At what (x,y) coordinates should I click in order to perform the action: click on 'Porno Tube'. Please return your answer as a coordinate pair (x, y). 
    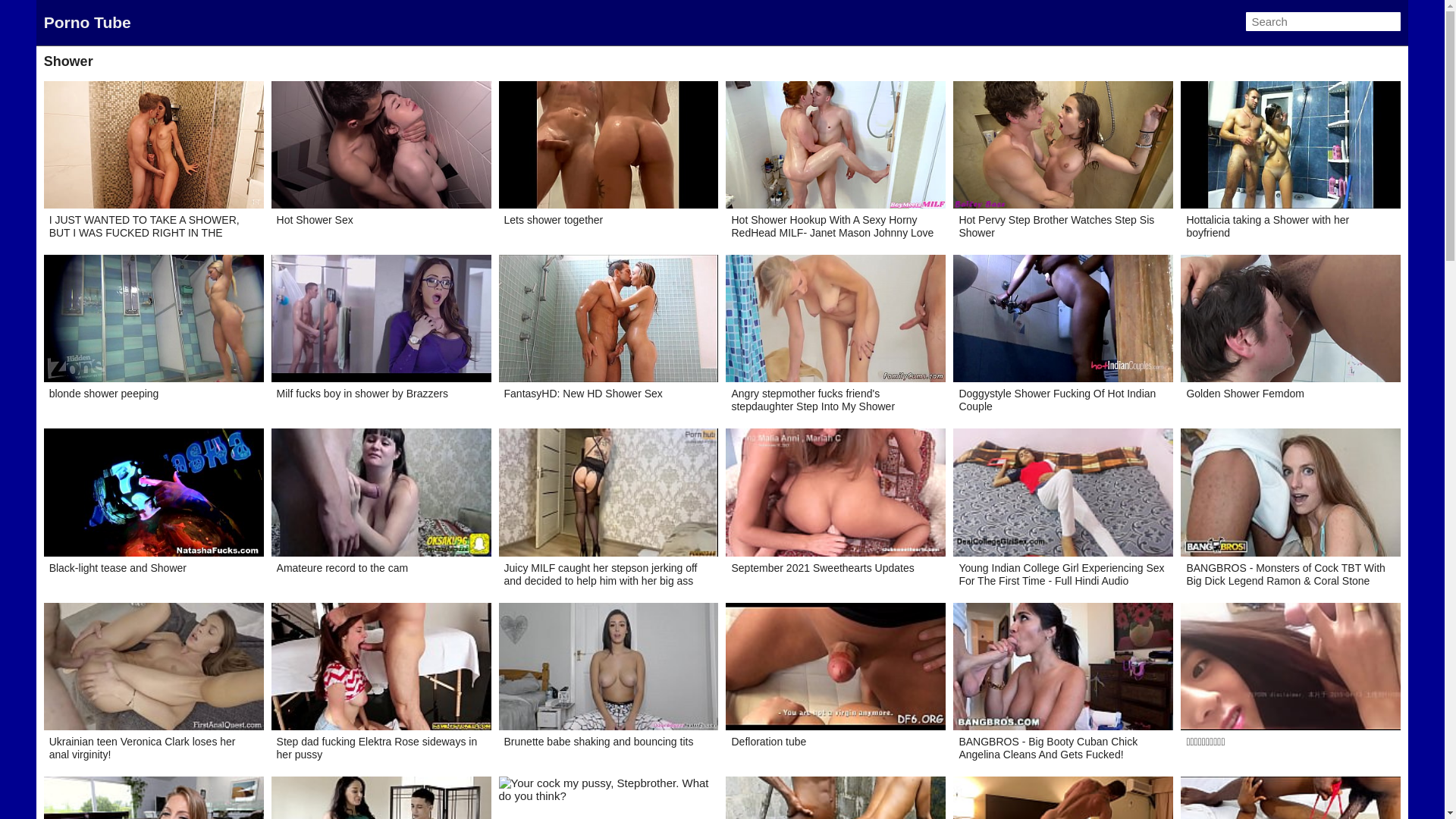
    Looking at the image, I should click on (86, 22).